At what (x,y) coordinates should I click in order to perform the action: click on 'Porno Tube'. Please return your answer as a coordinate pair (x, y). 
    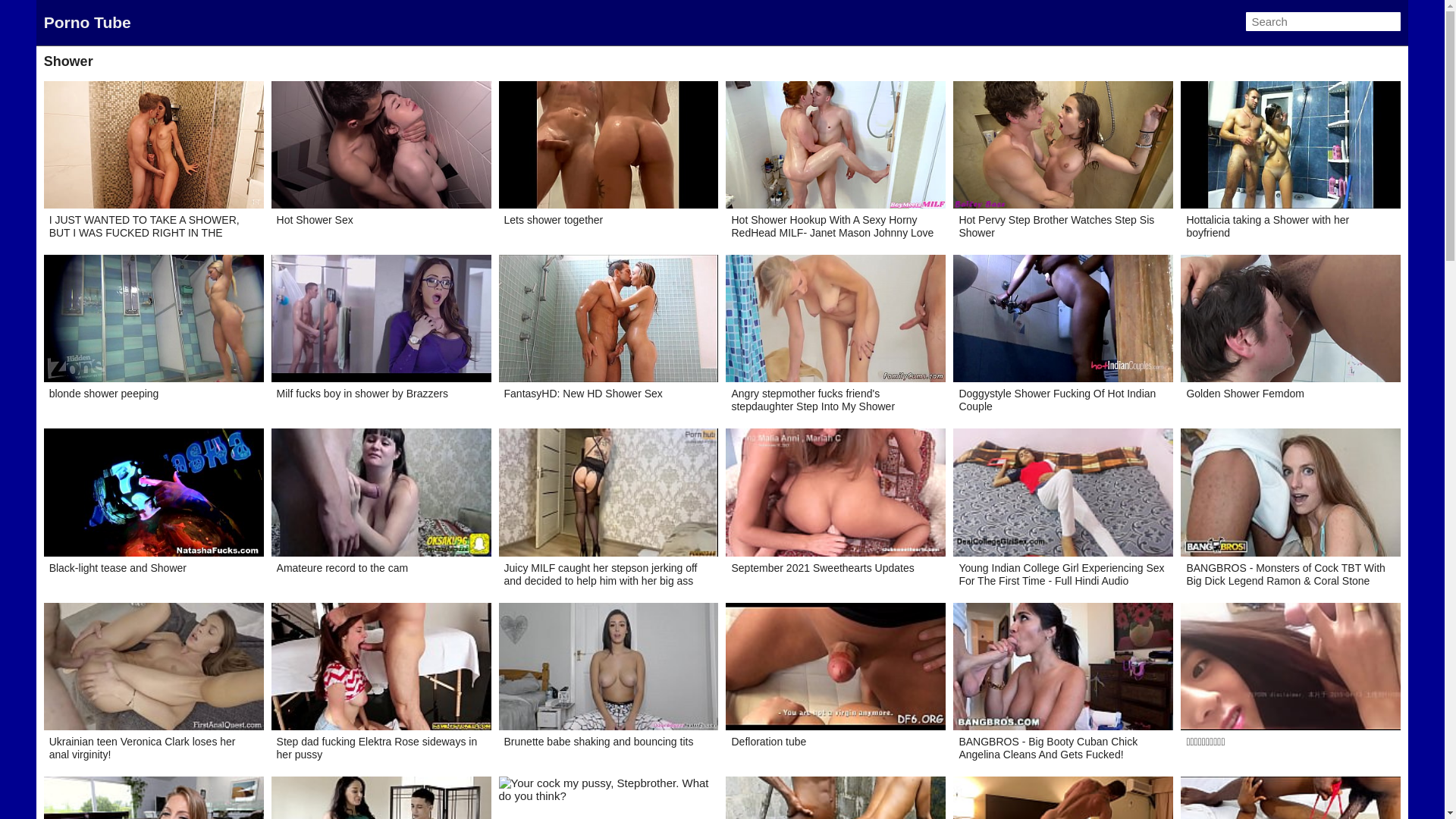
    Looking at the image, I should click on (86, 22).